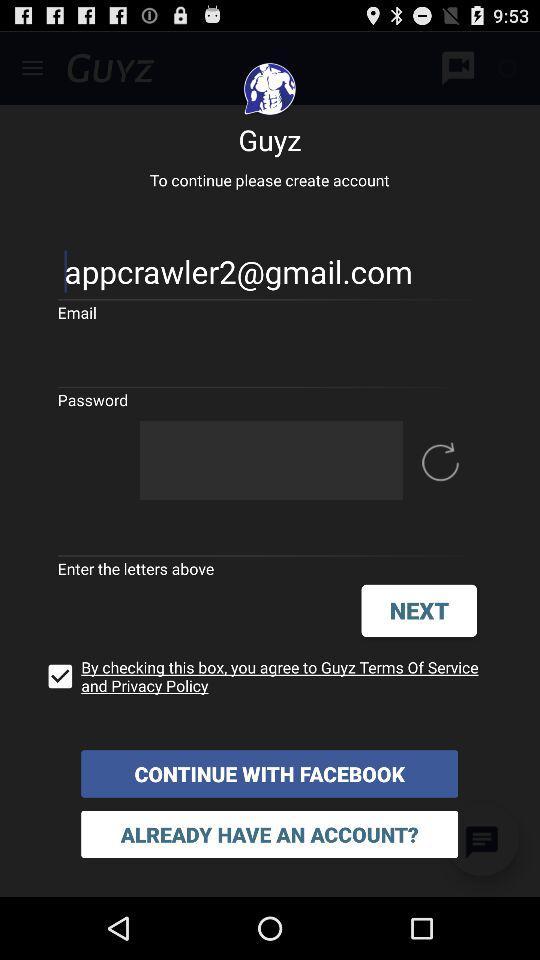 The height and width of the screenshot is (960, 540). I want to click on the refresh icon, so click(440, 493).